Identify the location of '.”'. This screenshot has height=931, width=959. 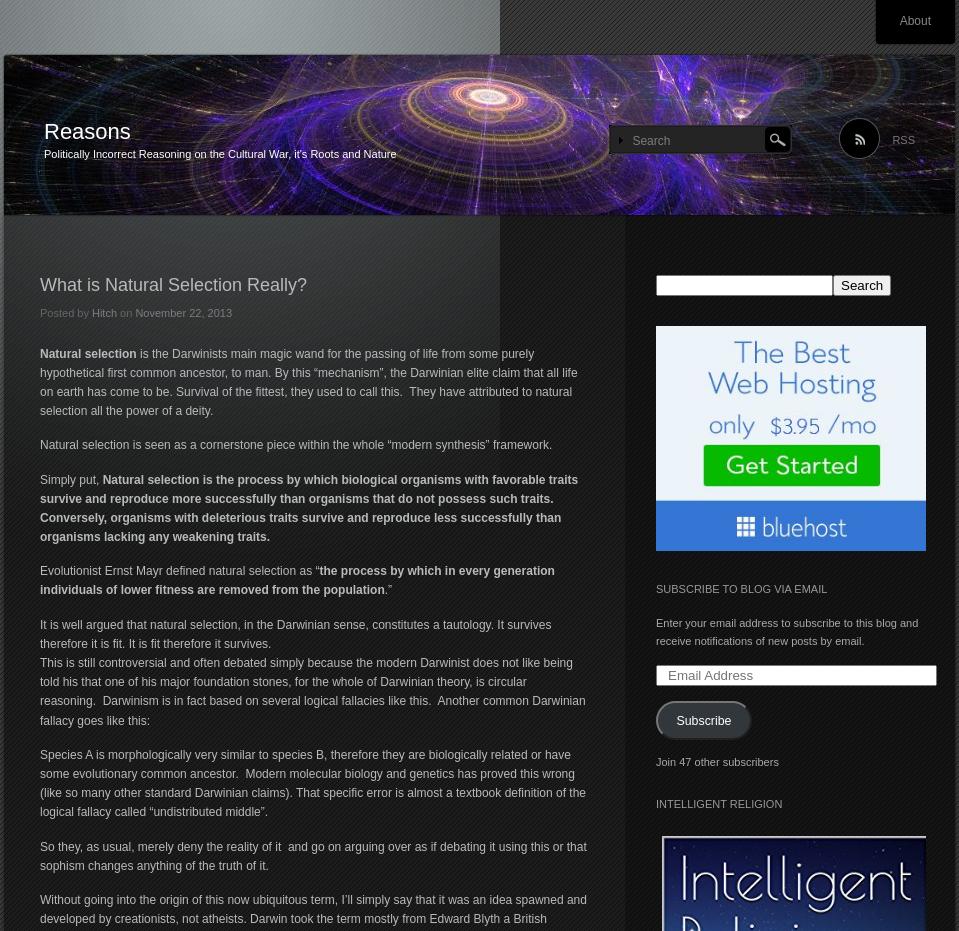
(388, 588).